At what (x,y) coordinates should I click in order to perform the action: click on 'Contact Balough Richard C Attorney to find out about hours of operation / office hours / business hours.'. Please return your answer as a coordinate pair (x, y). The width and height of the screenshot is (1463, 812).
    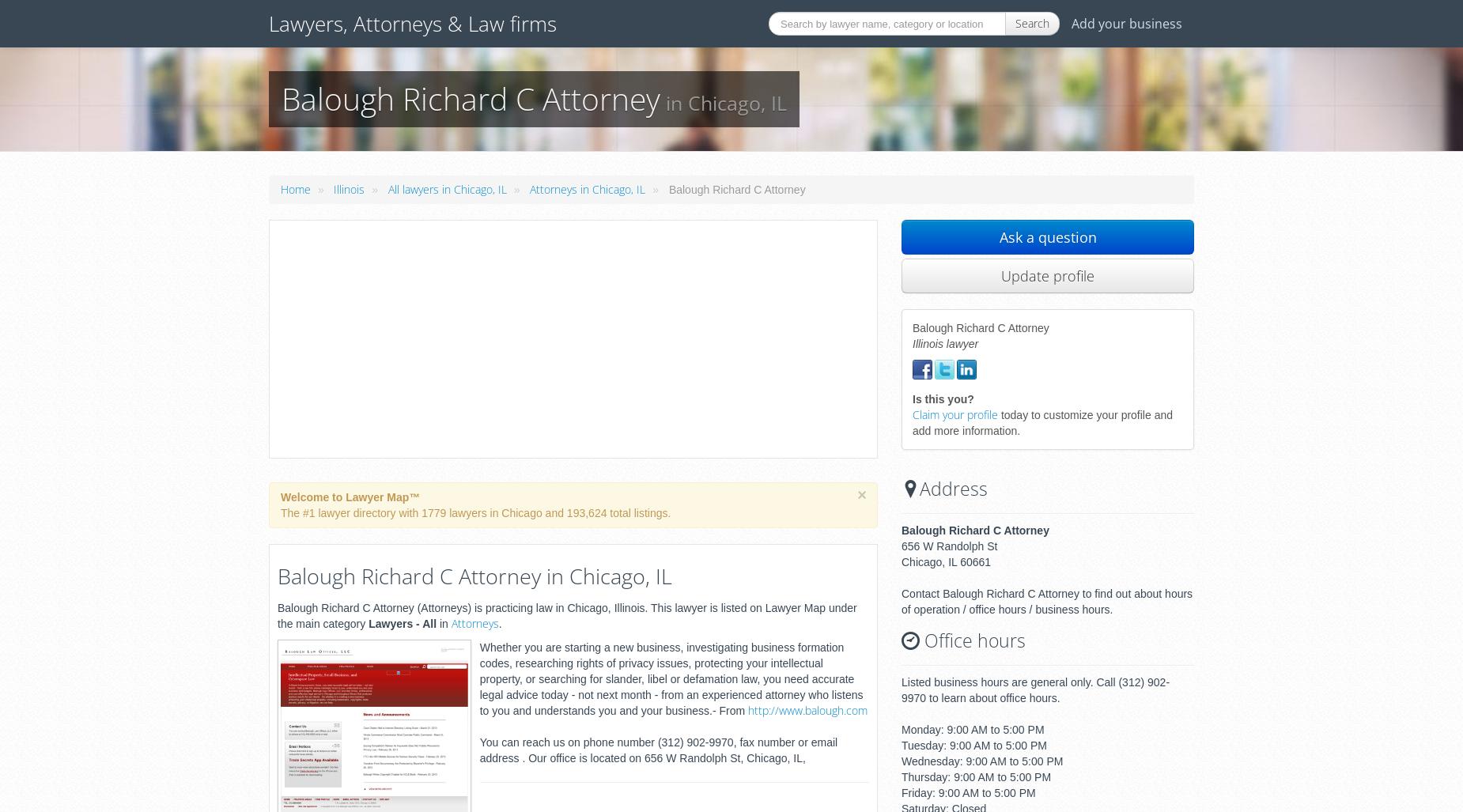
    Looking at the image, I should click on (900, 601).